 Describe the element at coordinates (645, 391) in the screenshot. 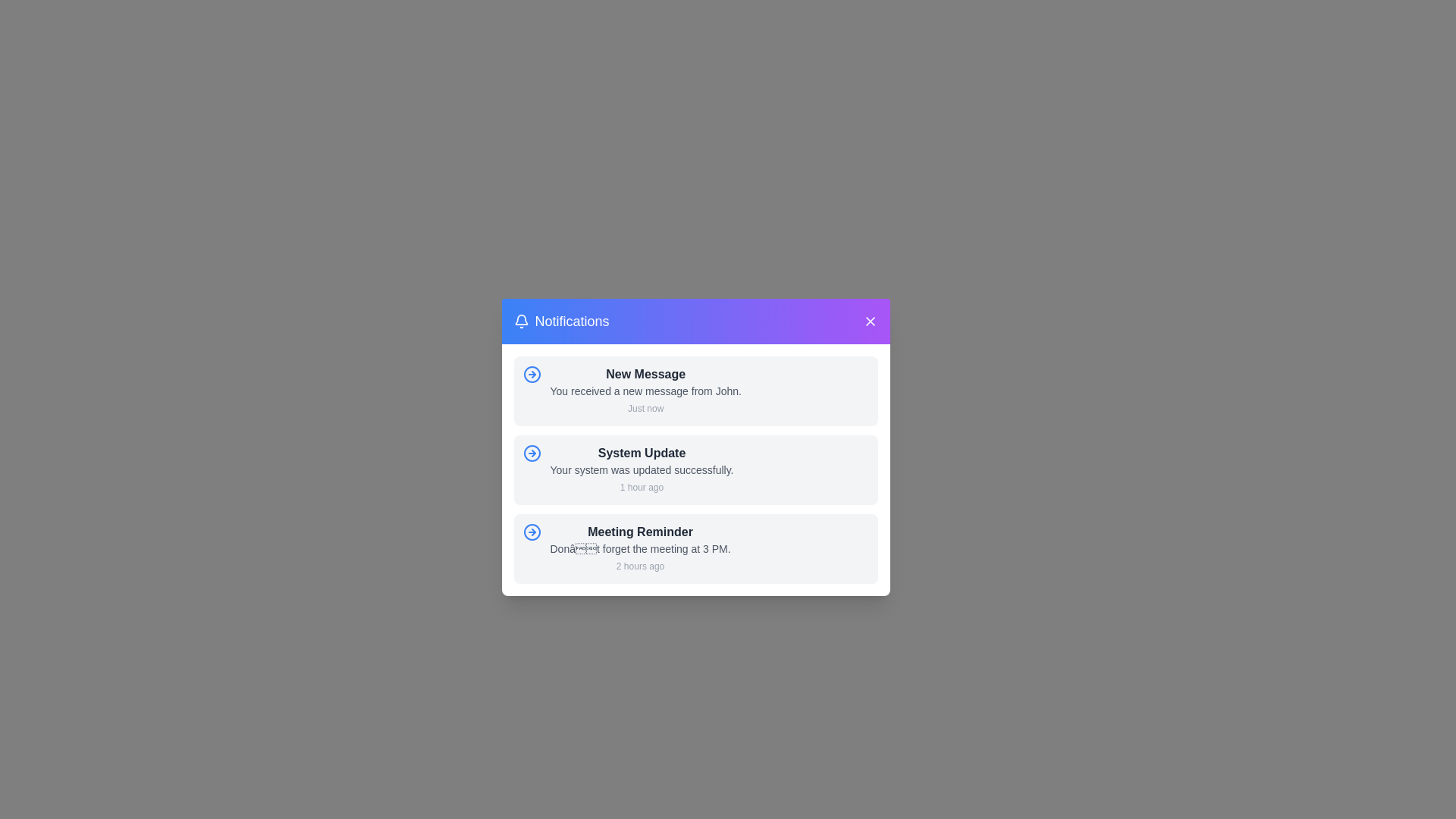

I see `the first notification item in the notification panel` at that location.